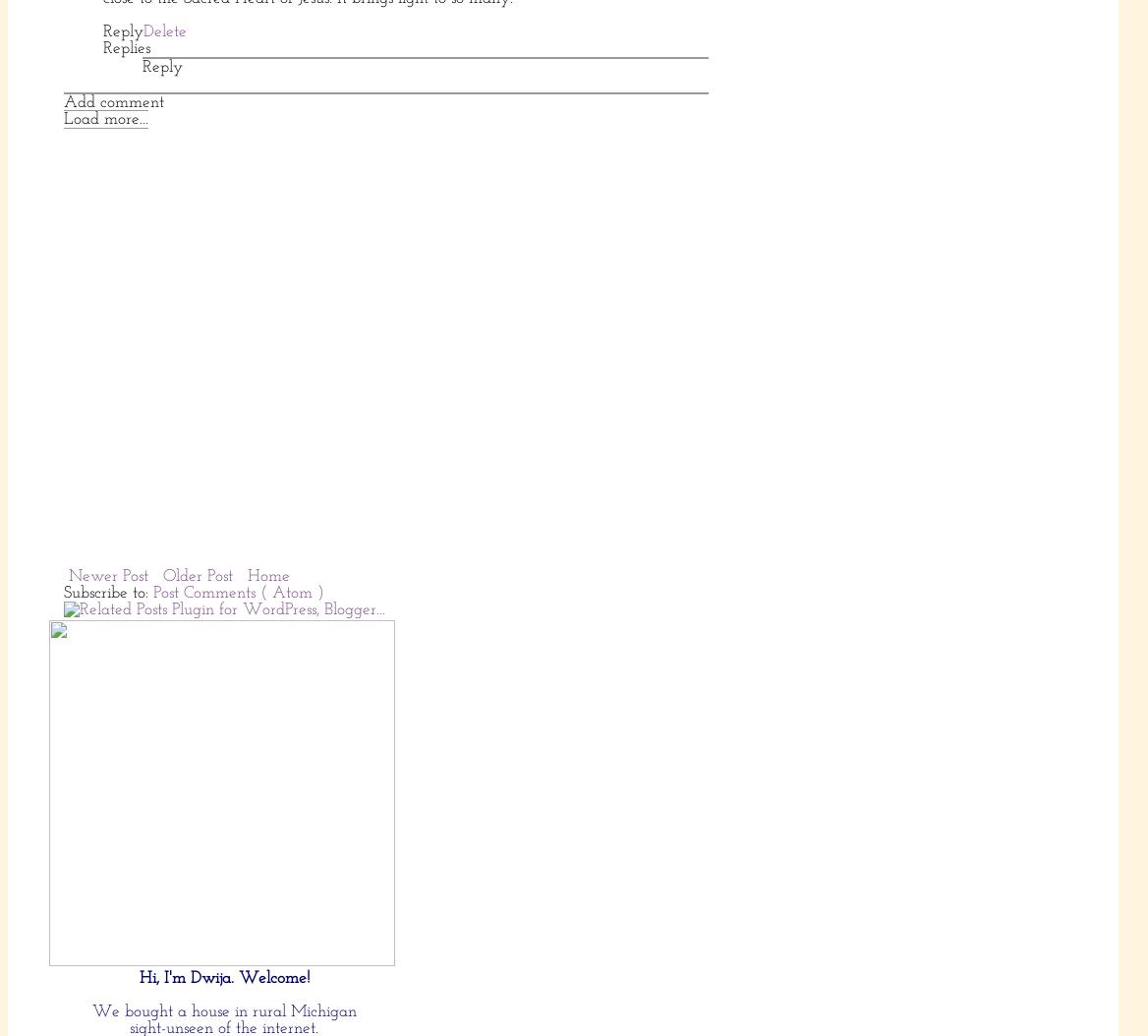 Image resolution: width=1148 pixels, height=1036 pixels. I want to click on 'Newer Post', so click(109, 574).